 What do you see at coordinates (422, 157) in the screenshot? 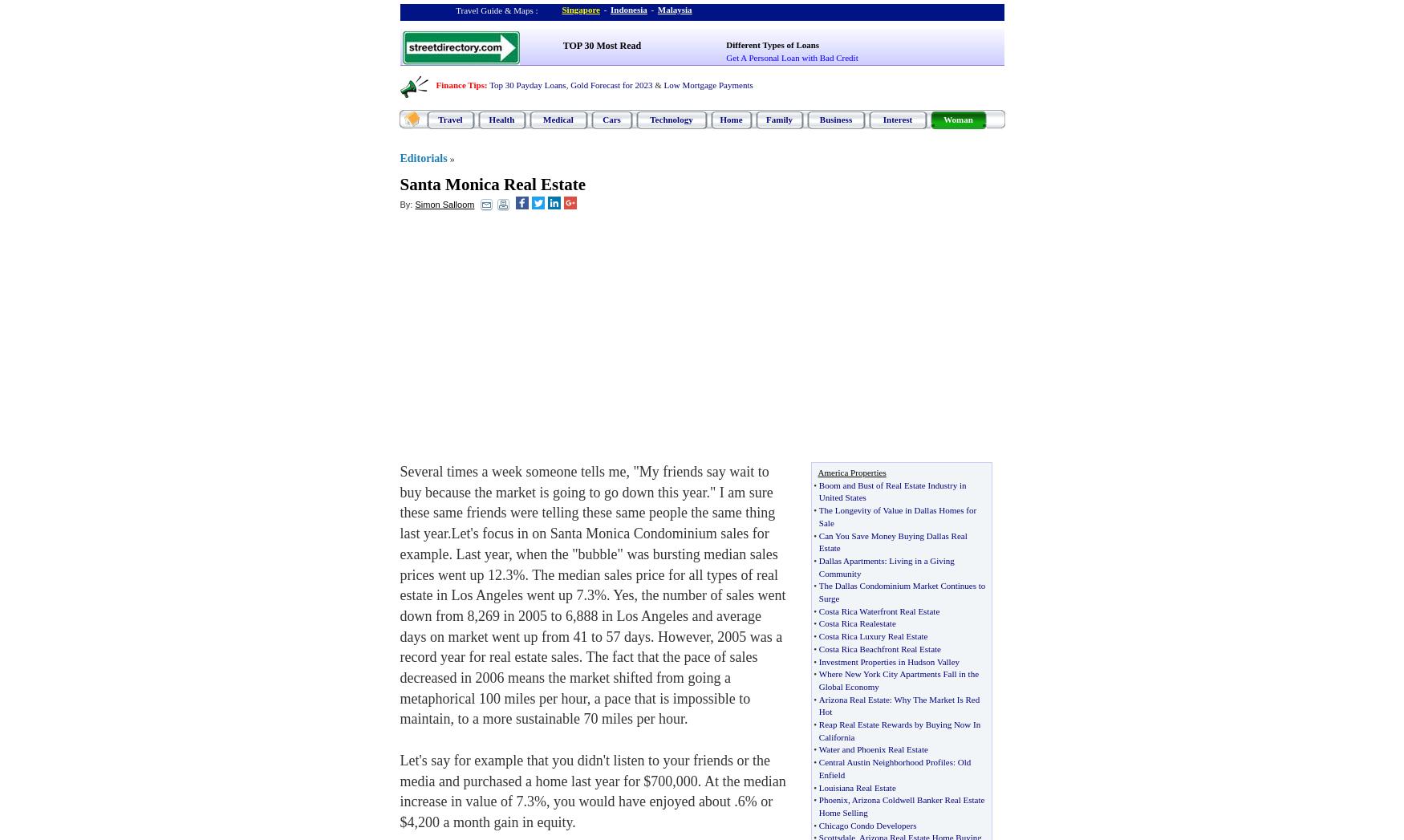
I see `'Editorials'` at bounding box center [422, 157].